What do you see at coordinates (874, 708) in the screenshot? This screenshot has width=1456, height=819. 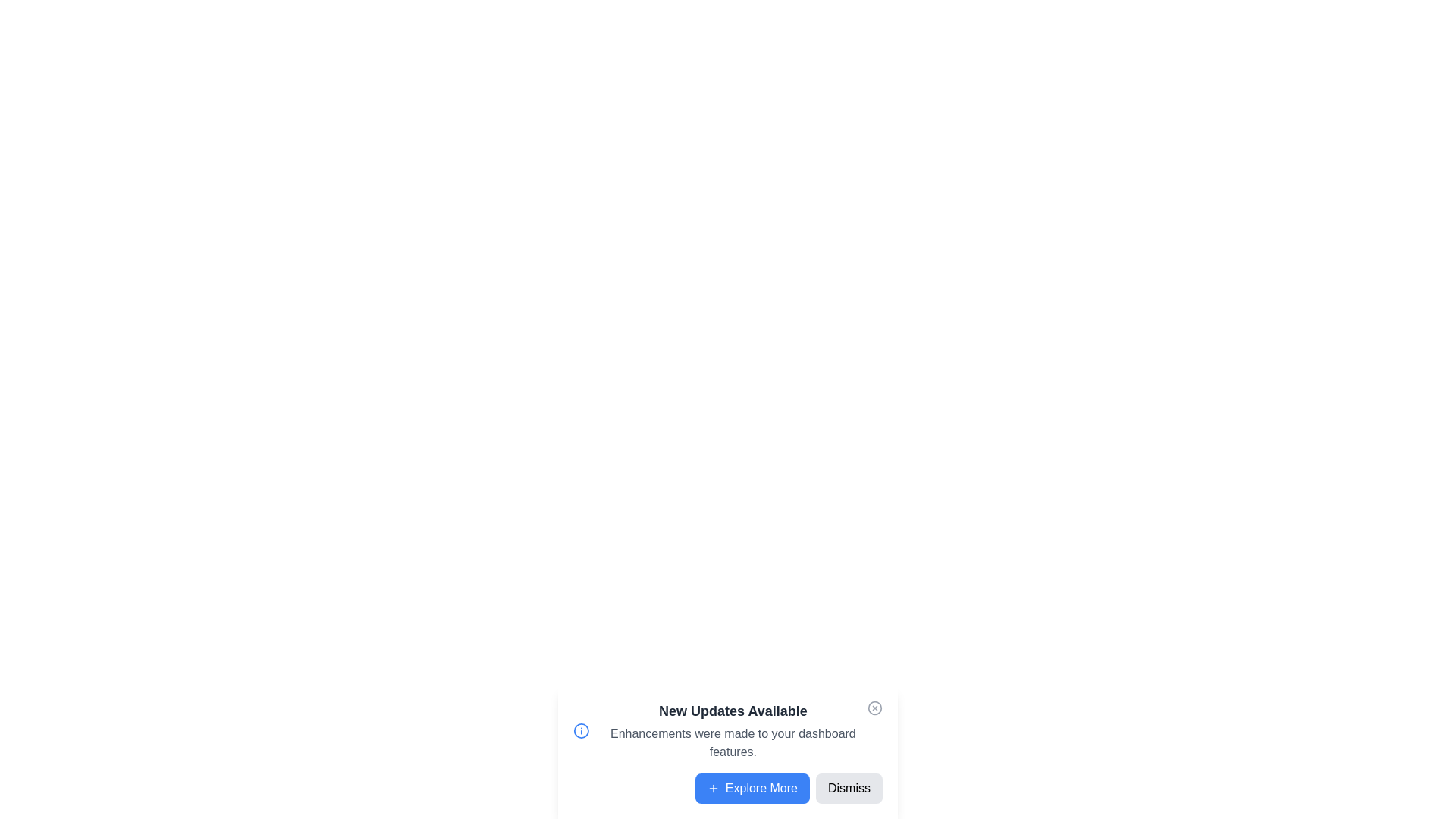 I see `the close button to close the notification panel` at bounding box center [874, 708].